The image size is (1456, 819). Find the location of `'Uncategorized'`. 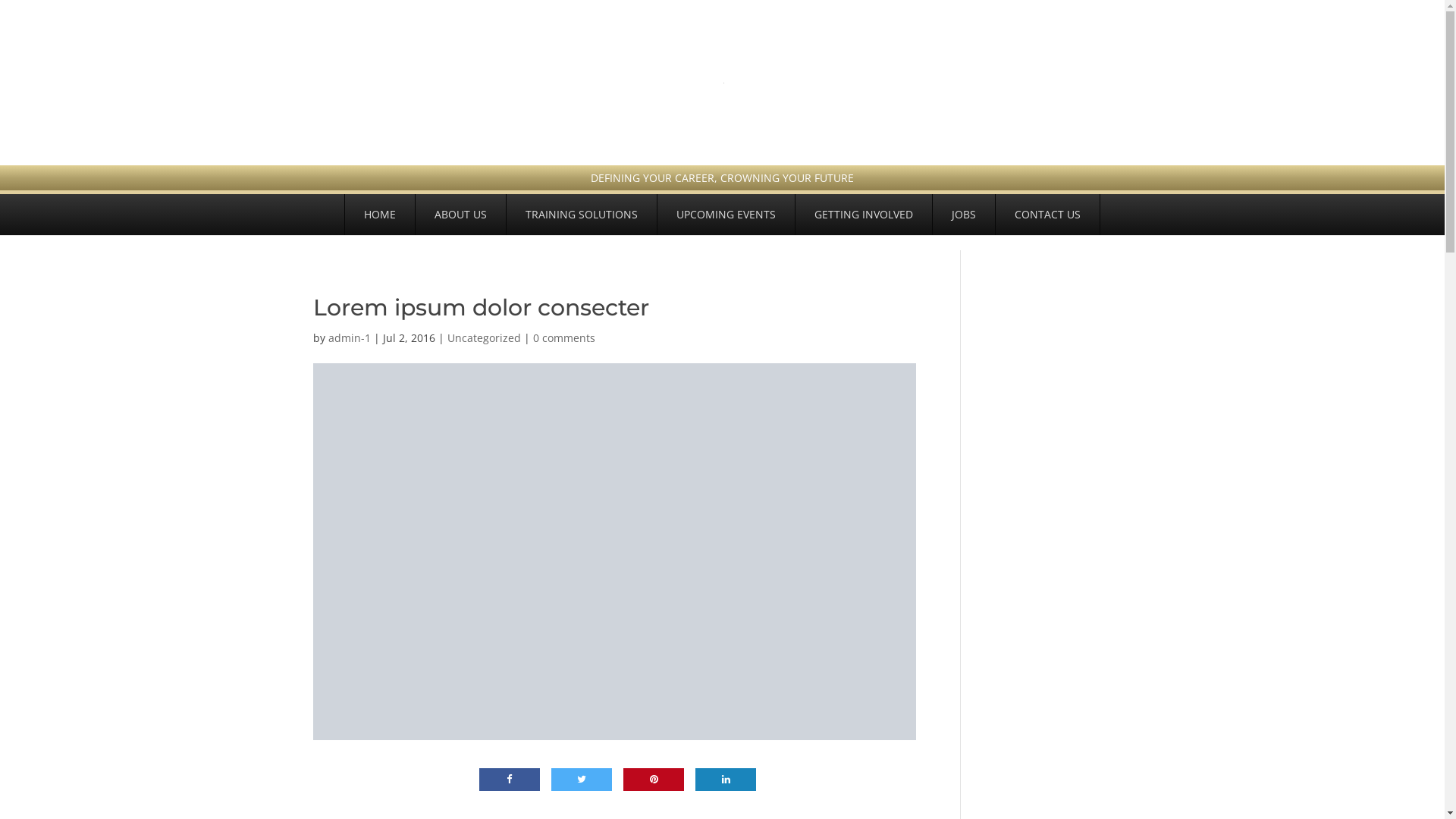

'Uncategorized' is located at coordinates (483, 337).